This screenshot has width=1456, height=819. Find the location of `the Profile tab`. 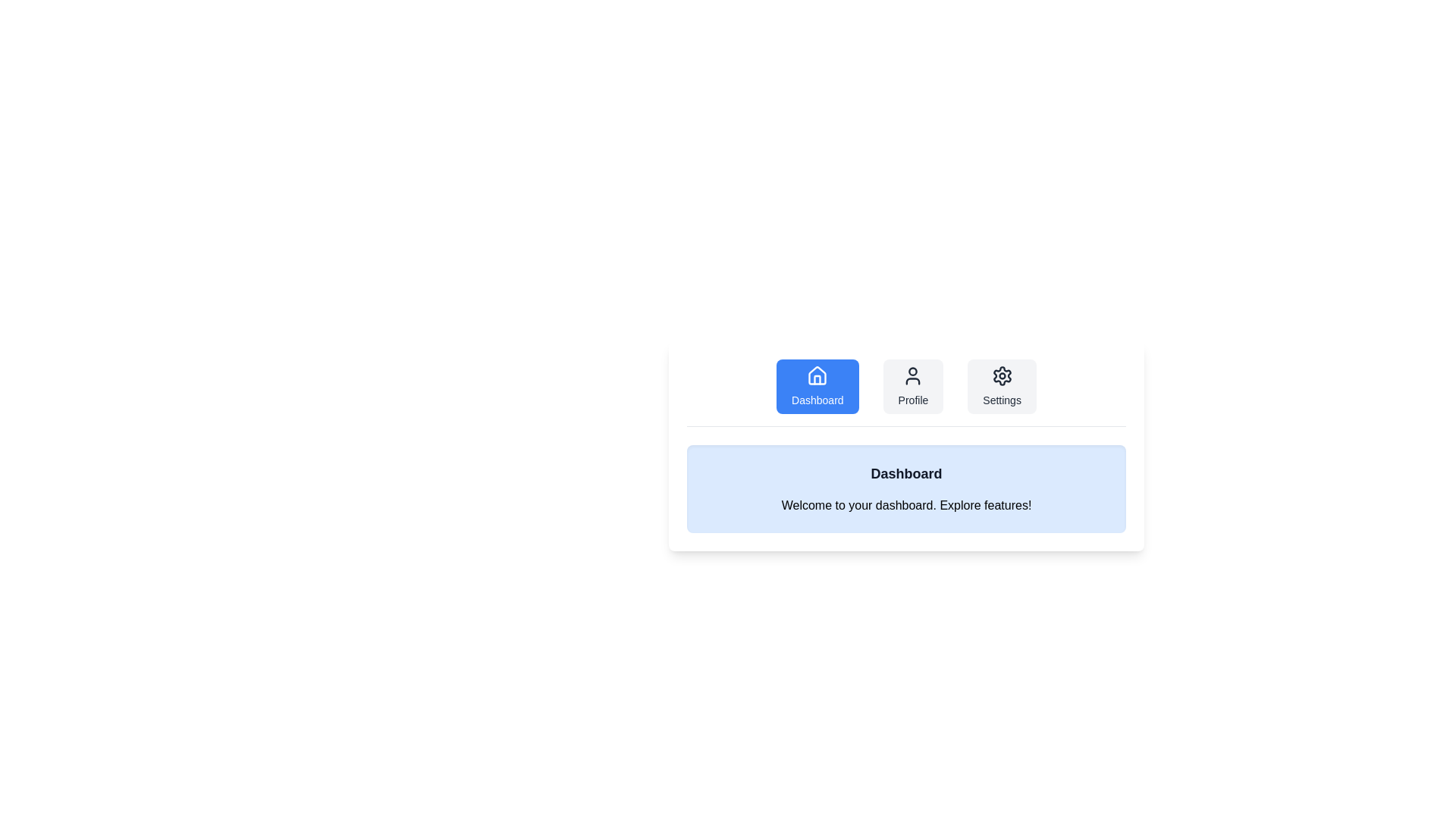

the Profile tab is located at coordinates (912, 385).